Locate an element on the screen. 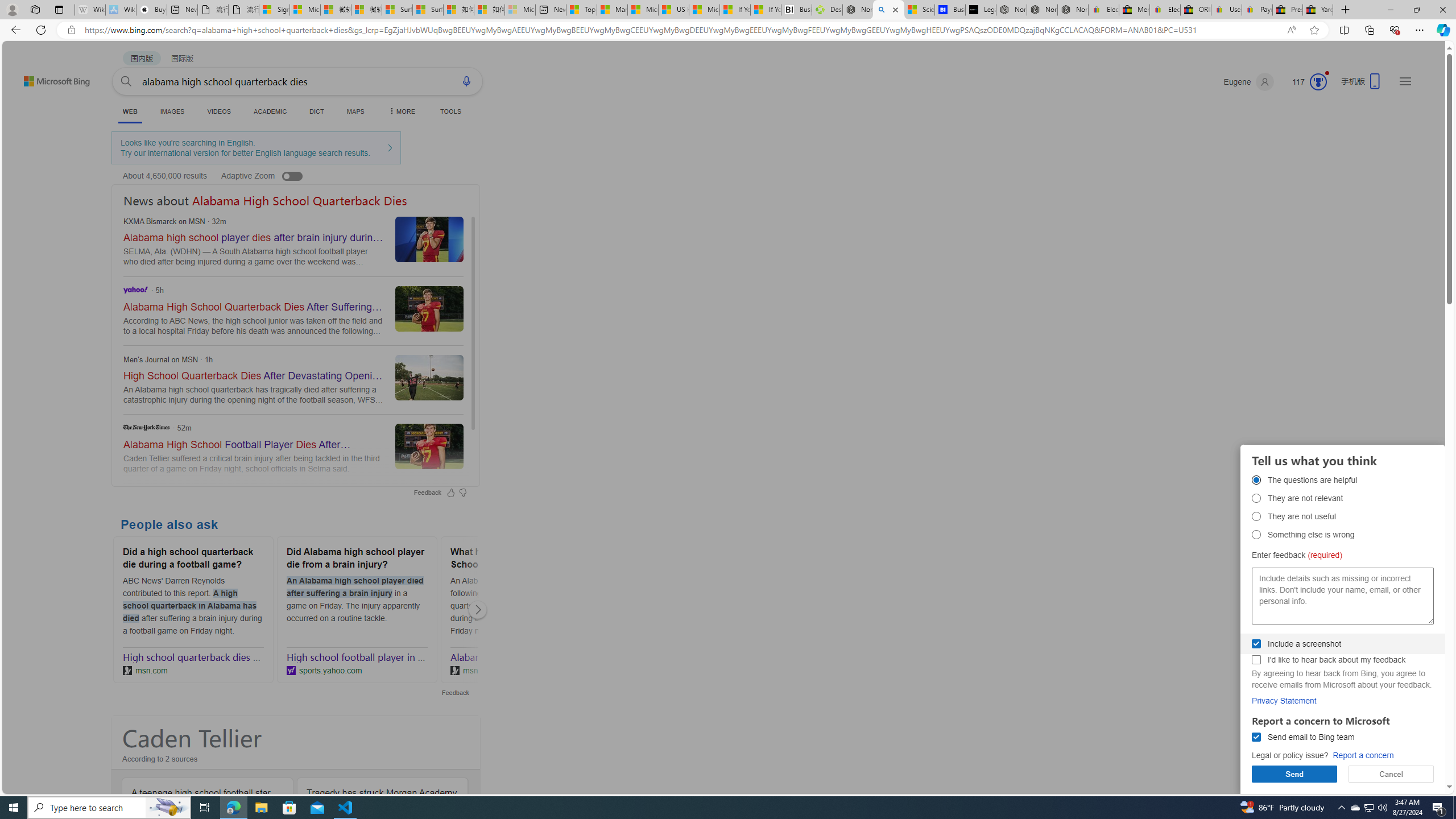  'Something else is wrong Something else is wrong' is located at coordinates (1256, 533).